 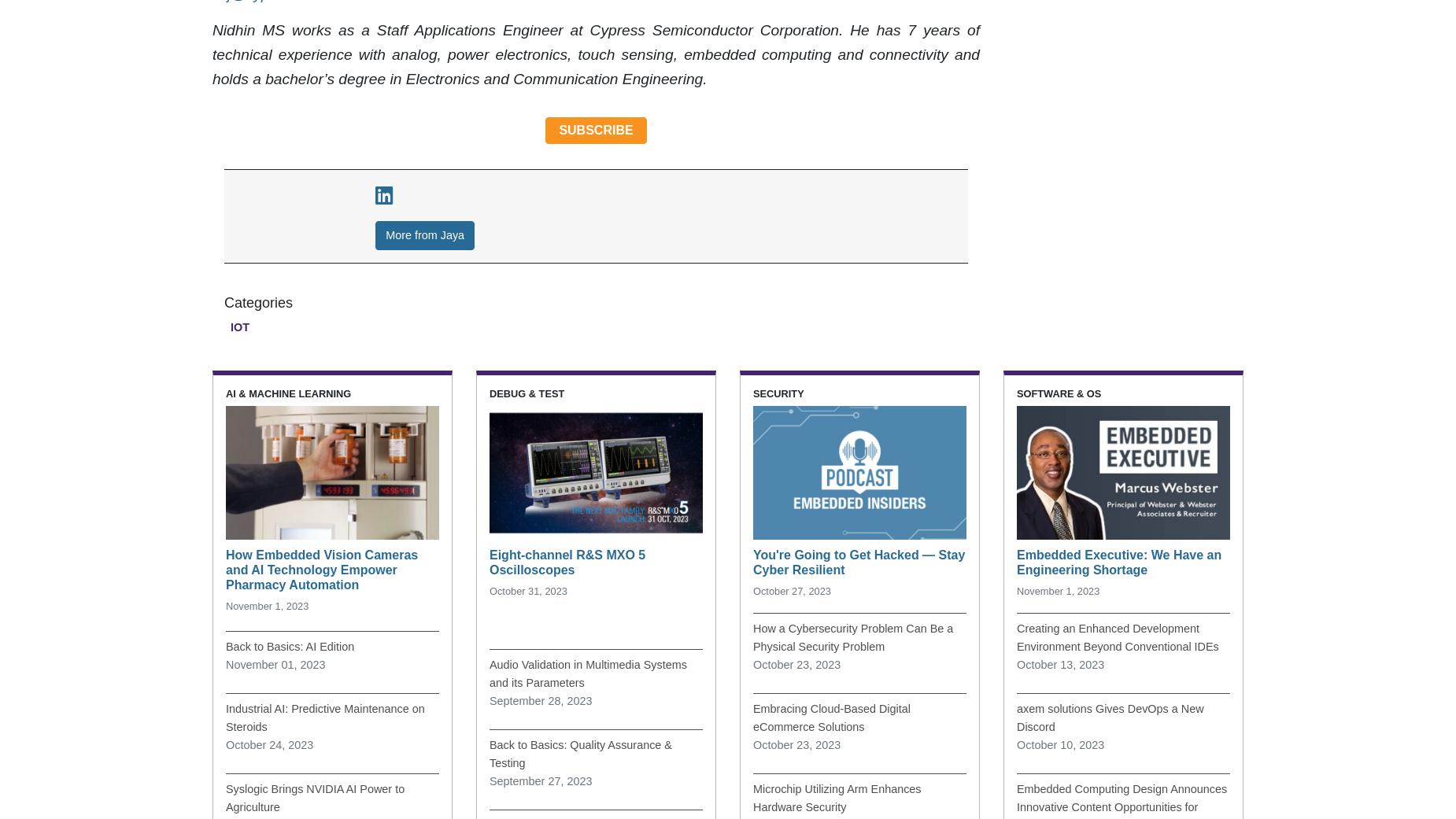 I want to click on 'Embedded Executive: We Have an Engineering Shortage', so click(x=1118, y=561).